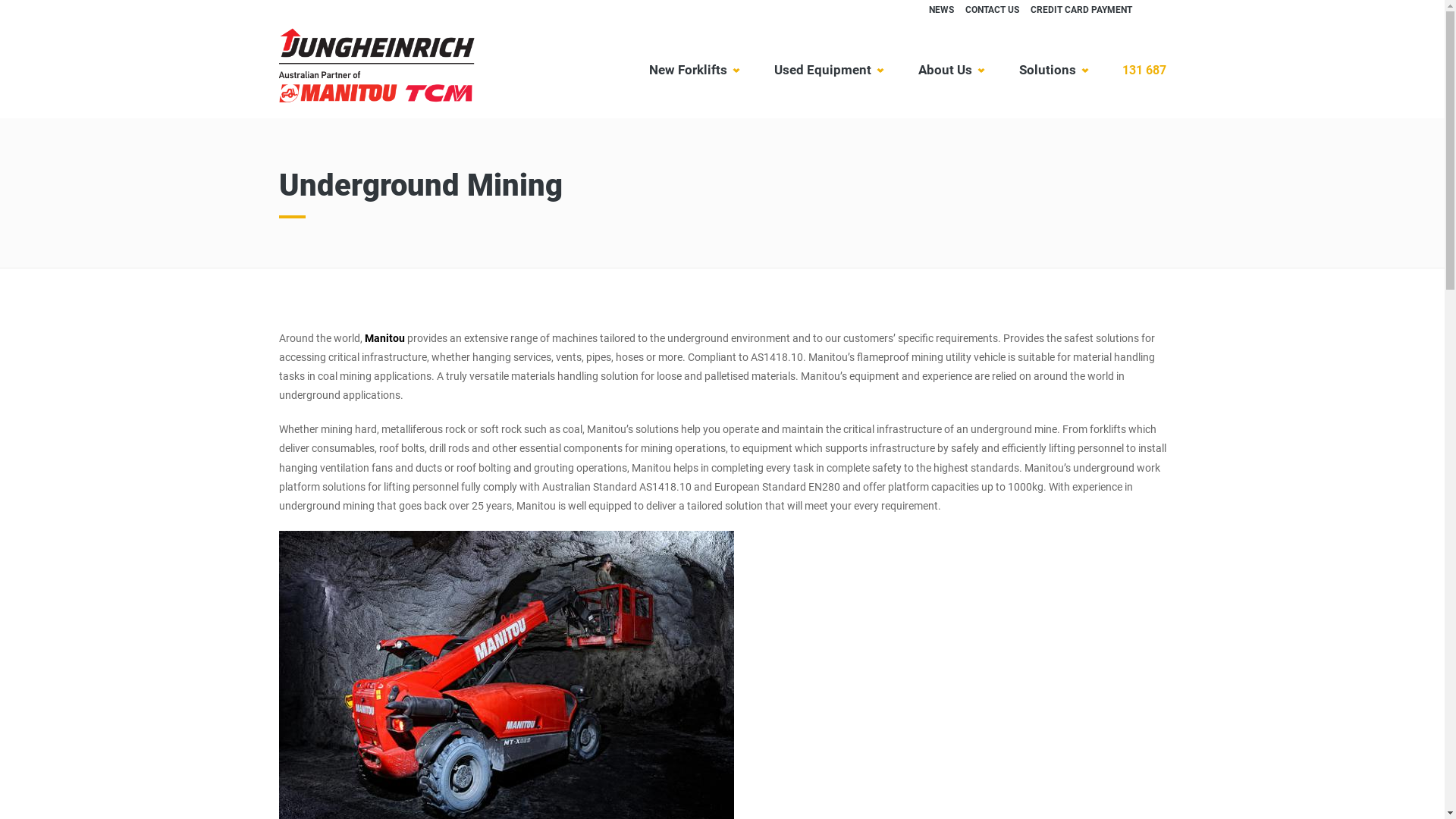 The height and width of the screenshot is (819, 1456). What do you see at coordinates (364, 337) in the screenshot?
I see `'Manitou'` at bounding box center [364, 337].